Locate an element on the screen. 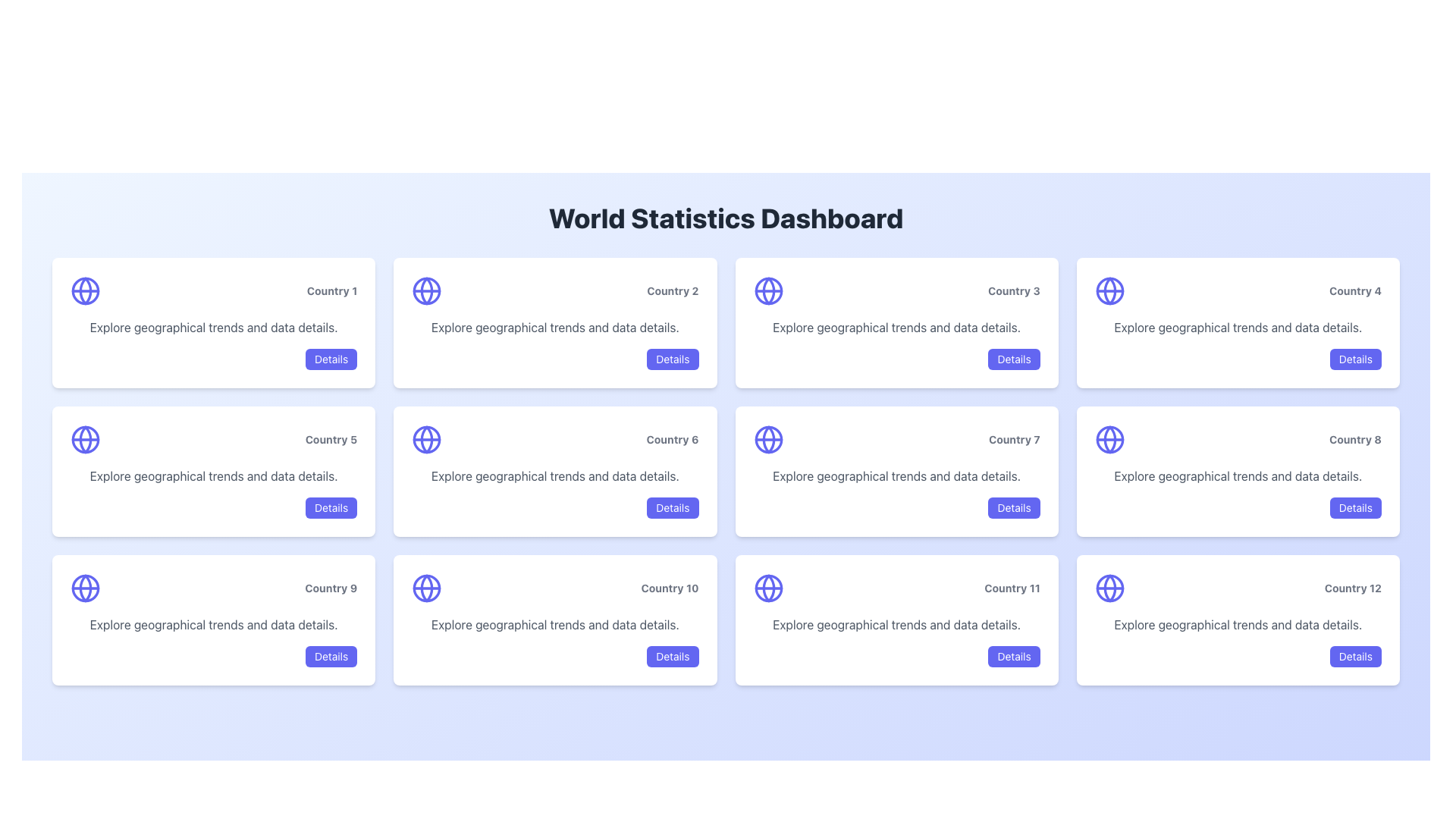  the button designed to navigate to detailed information regarding 'Country 11', which is the sixth button from the left in the fourth row of a grid is located at coordinates (1014, 656).